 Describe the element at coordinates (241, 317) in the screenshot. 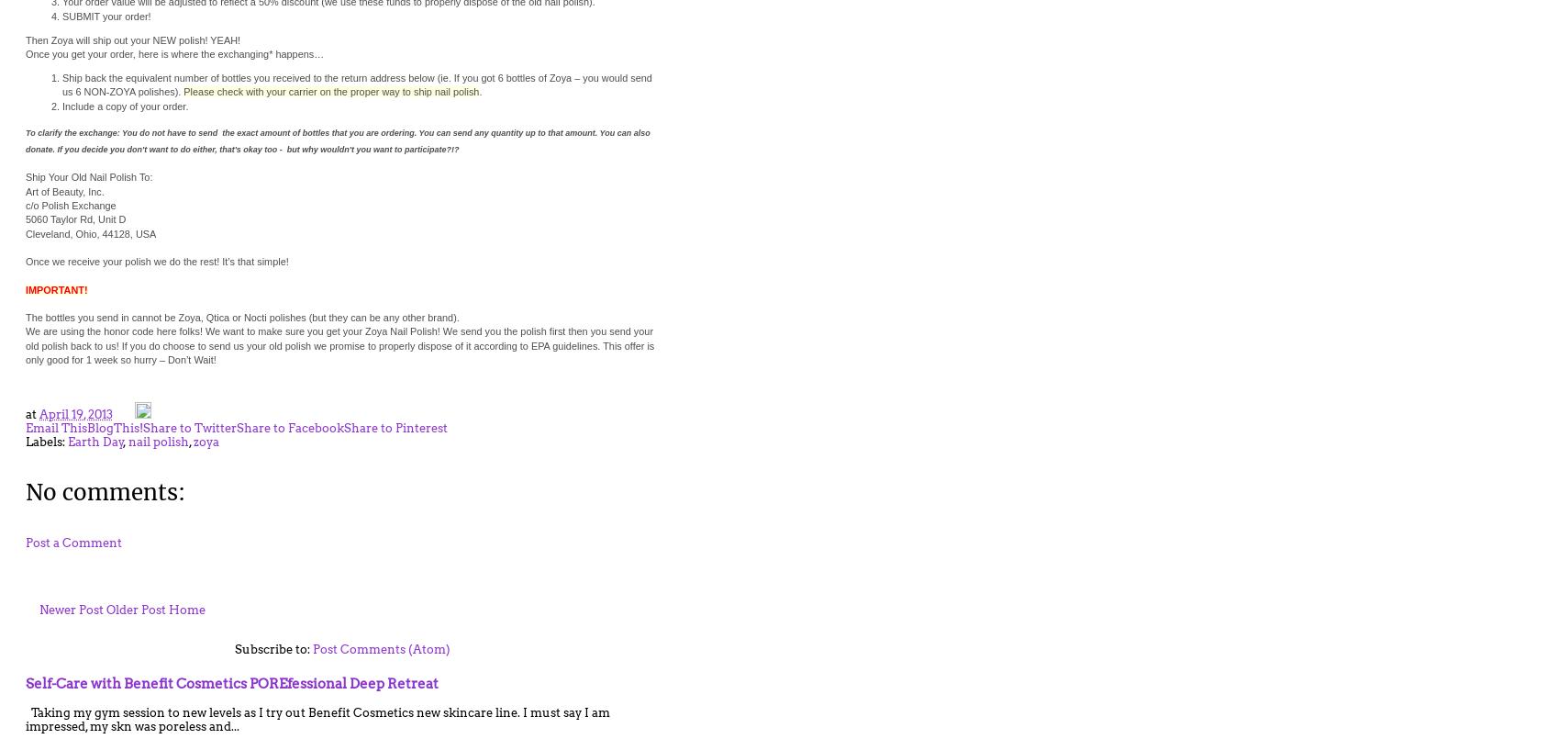

I see `'The bottles you send in cannot be Zoya, Qtica or Nocti polishes (but they can be any other brand).'` at that location.